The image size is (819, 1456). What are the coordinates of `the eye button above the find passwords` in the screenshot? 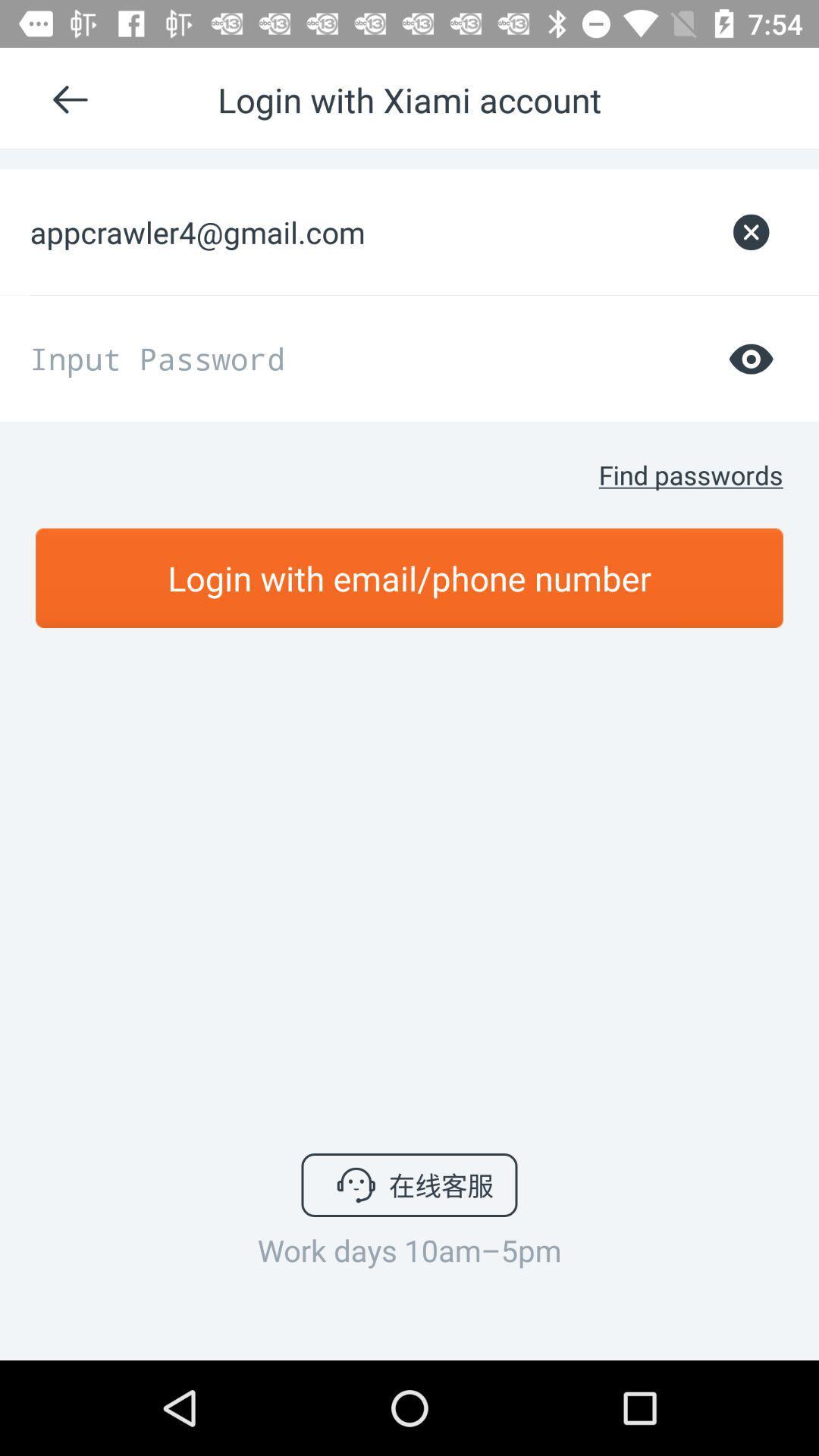 It's located at (752, 358).